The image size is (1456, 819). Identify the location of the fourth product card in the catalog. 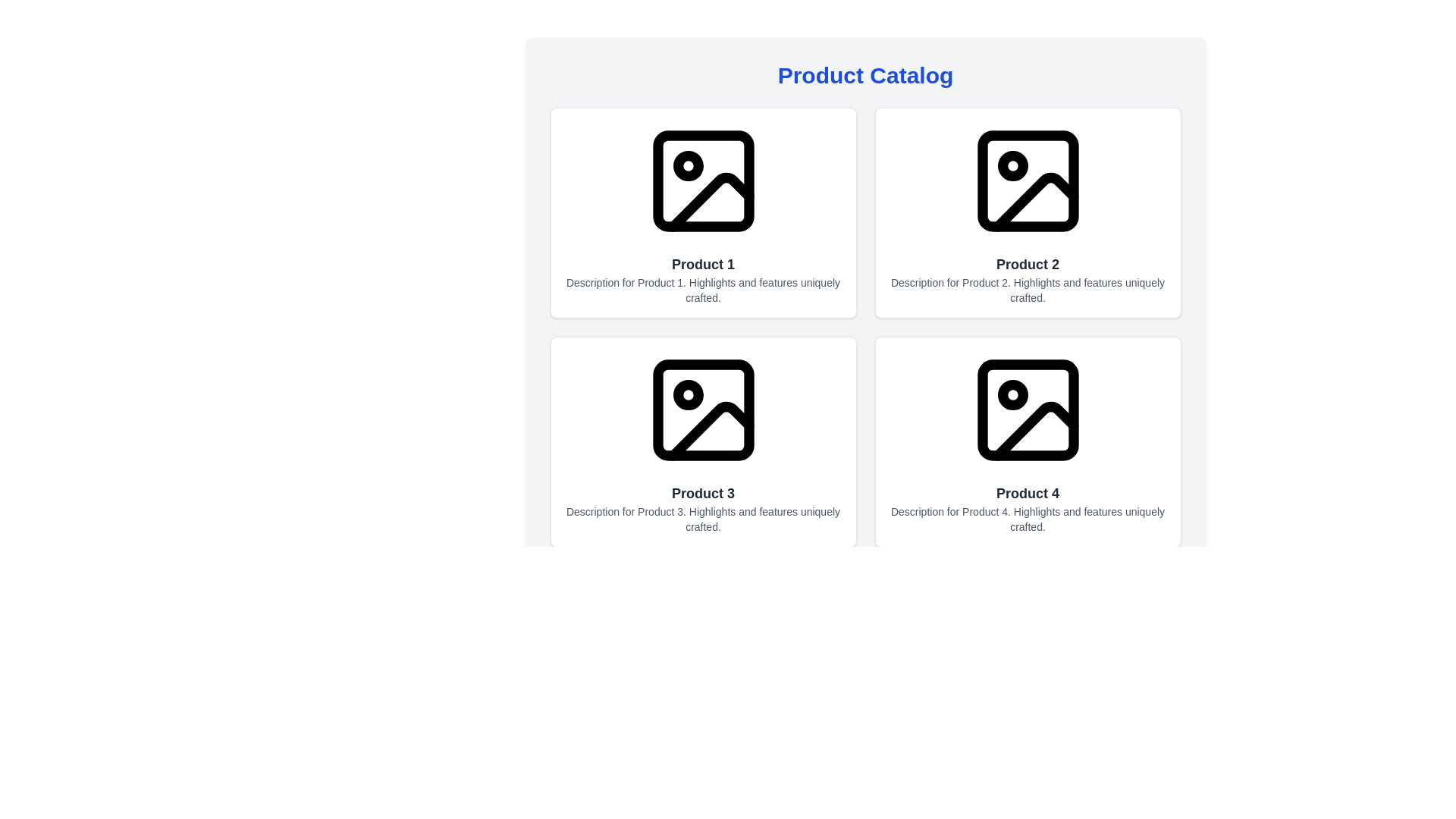
(1028, 441).